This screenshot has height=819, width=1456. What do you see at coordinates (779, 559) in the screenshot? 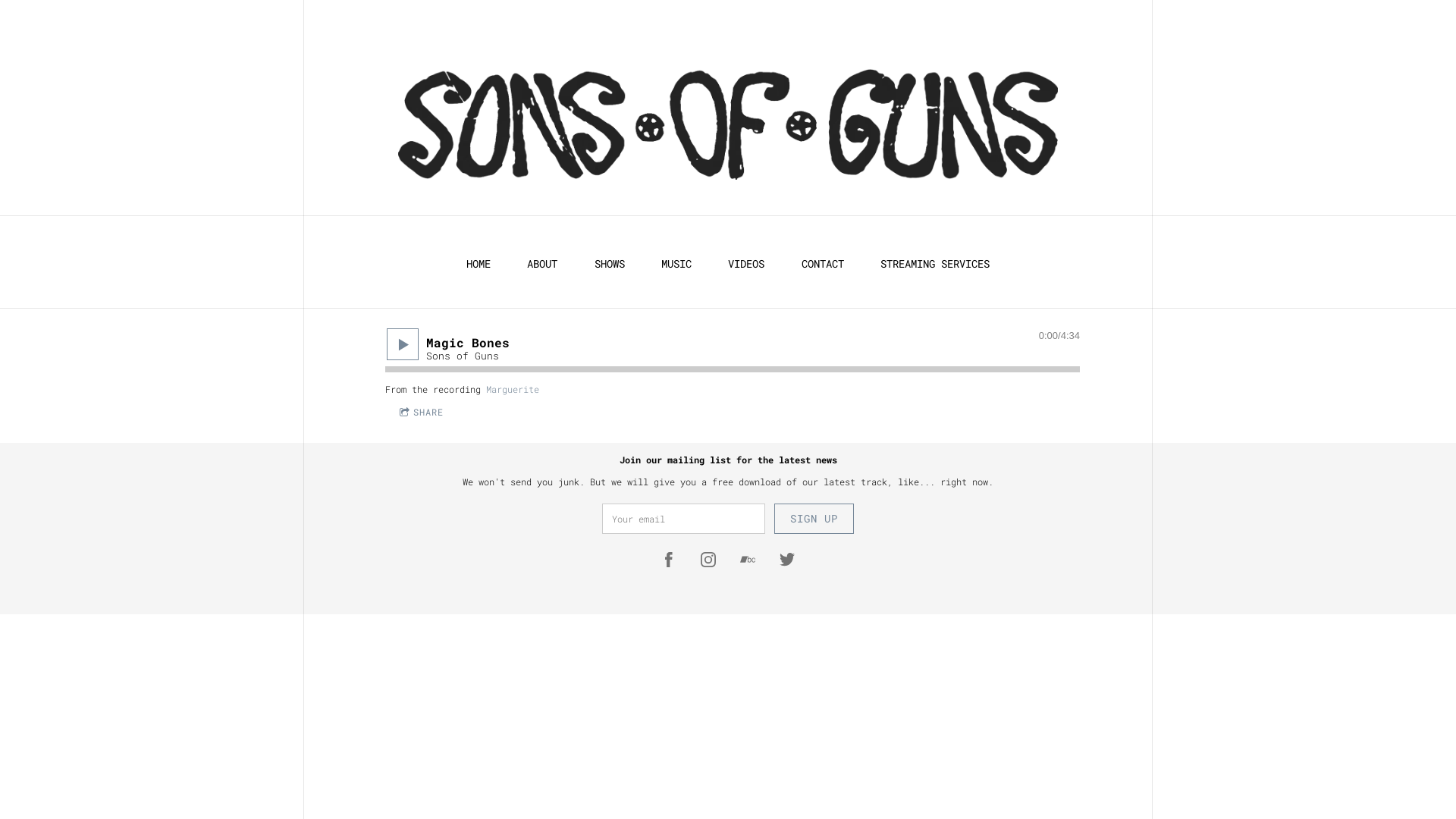
I see `'https://twitter.com/sonsofgunsband'` at bounding box center [779, 559].